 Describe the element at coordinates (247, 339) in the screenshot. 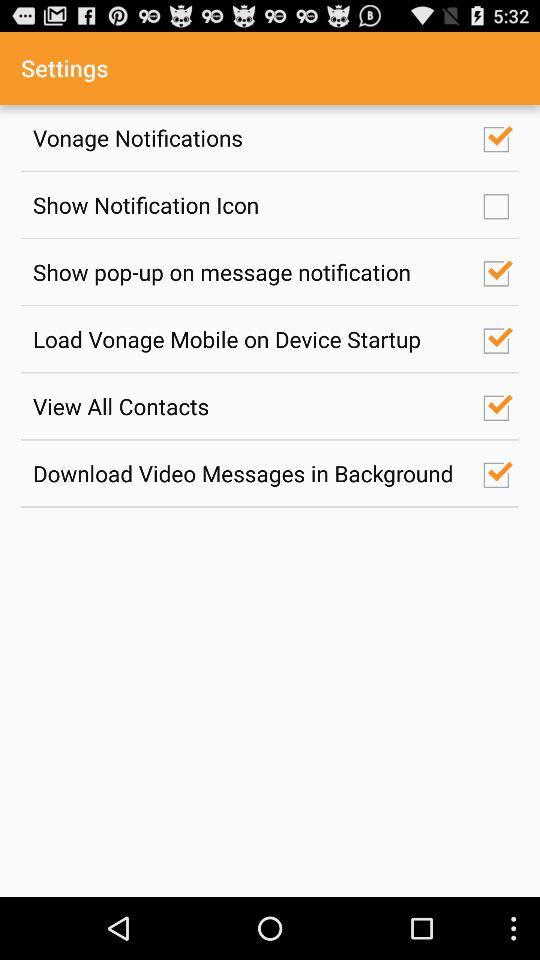

I see `the item above the view all contacts` at that location.